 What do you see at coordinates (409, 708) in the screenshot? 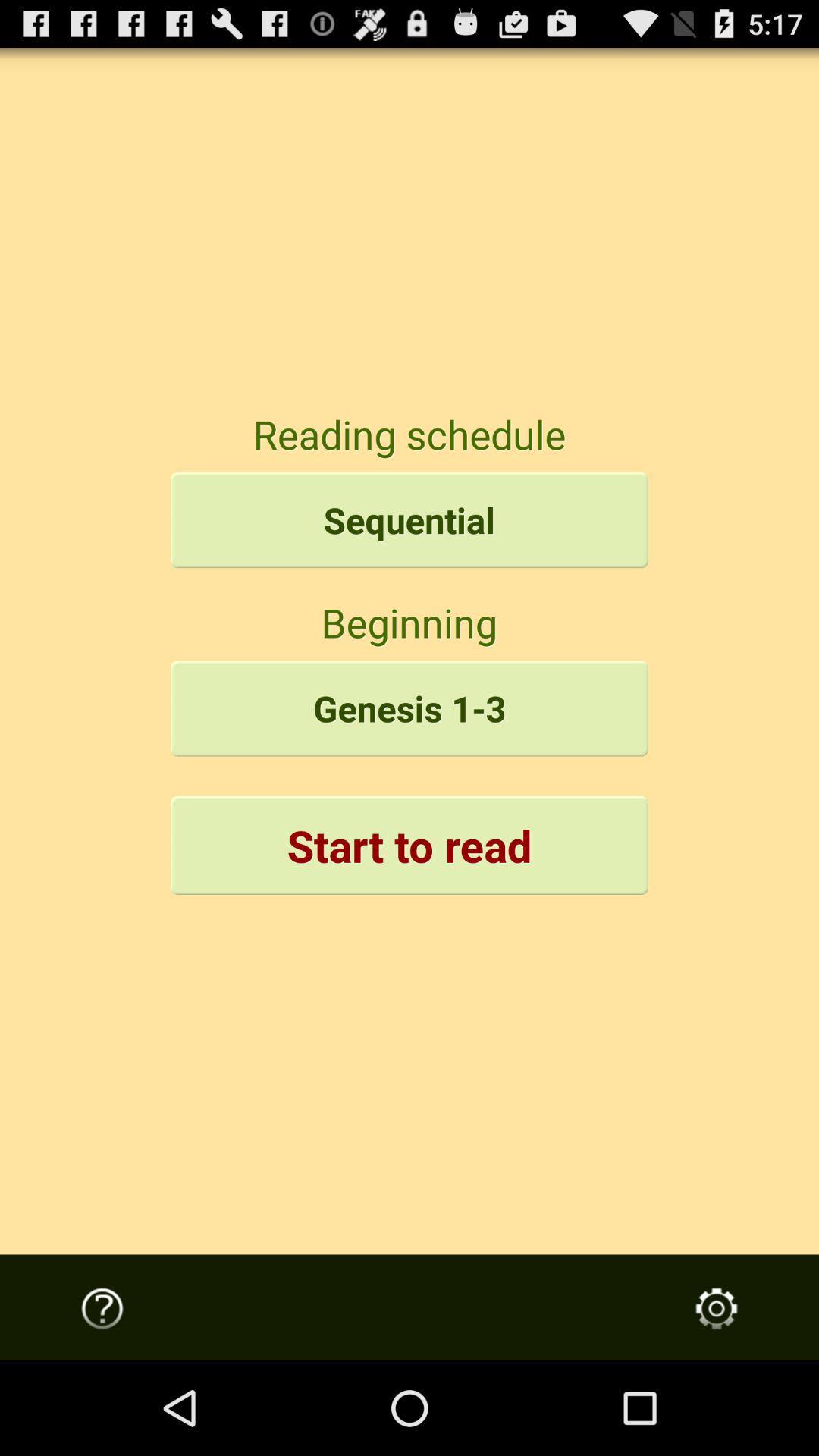
I see `app below the beginning app` at bounding box center [409, 708].